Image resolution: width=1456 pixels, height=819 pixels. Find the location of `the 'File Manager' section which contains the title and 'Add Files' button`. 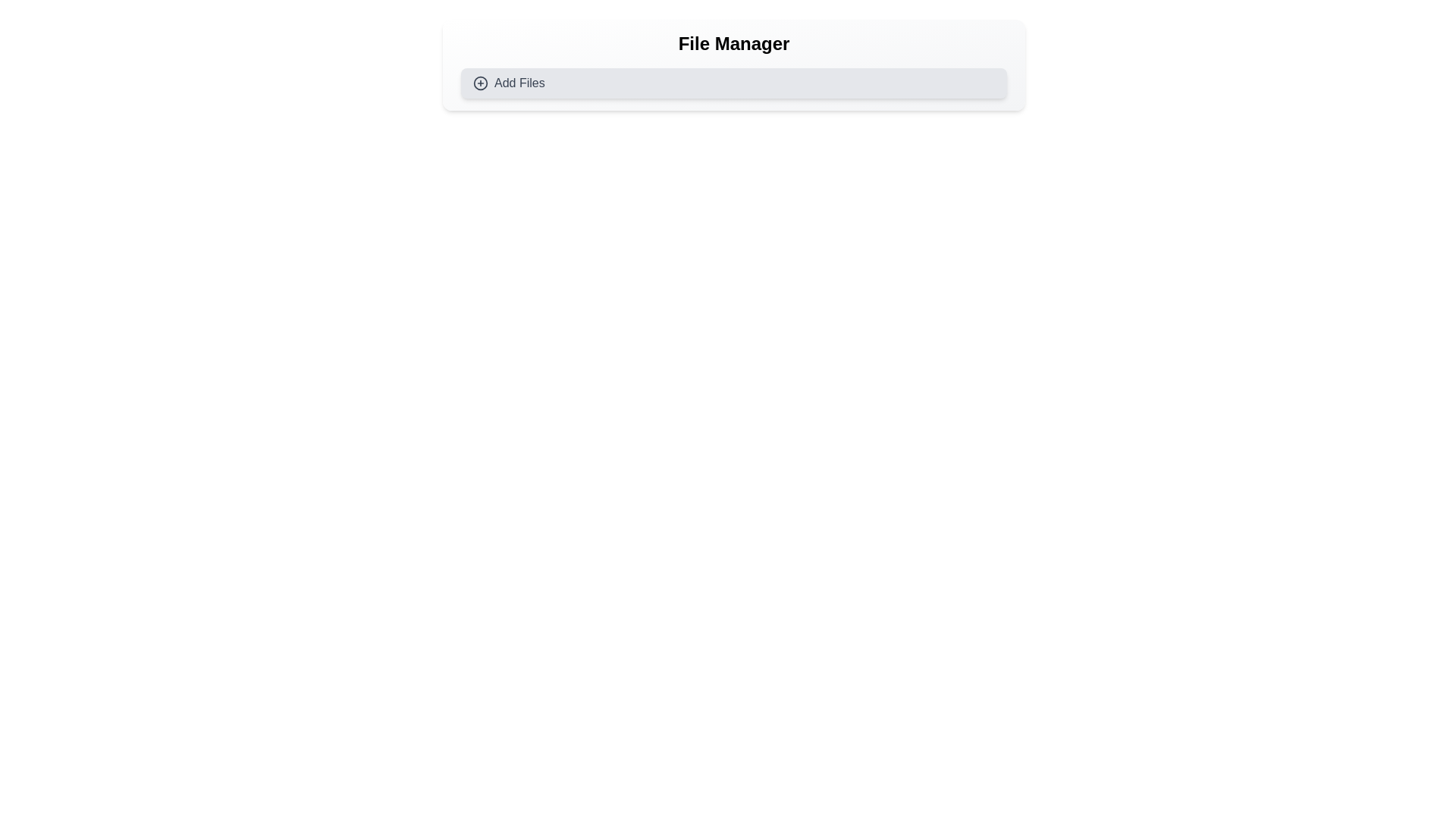

the 'File Manager' section which contains the title and 'Add Files' button is located at coordinates (734, 64).